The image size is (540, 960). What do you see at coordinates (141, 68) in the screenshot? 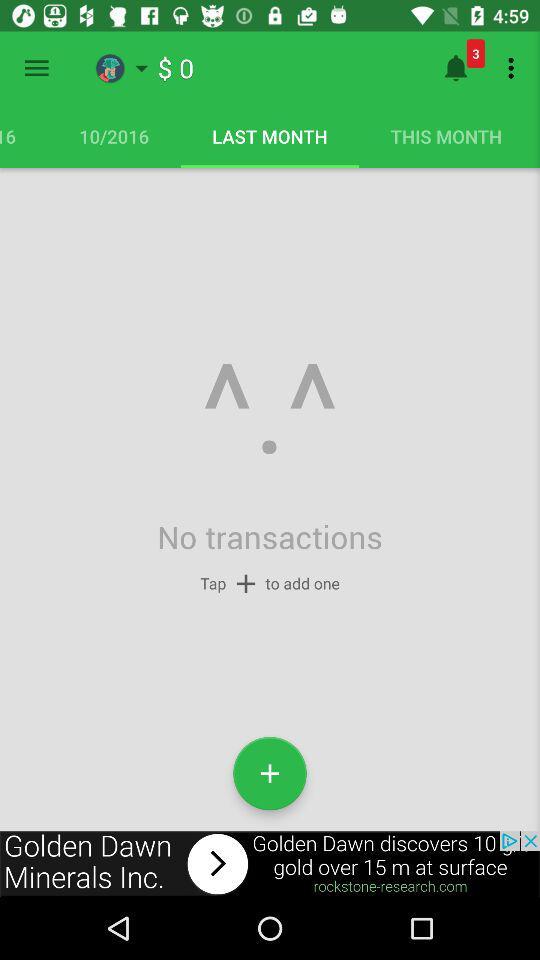
I see `the wishlist option on the top of the page` at bounding box center [141, 68].